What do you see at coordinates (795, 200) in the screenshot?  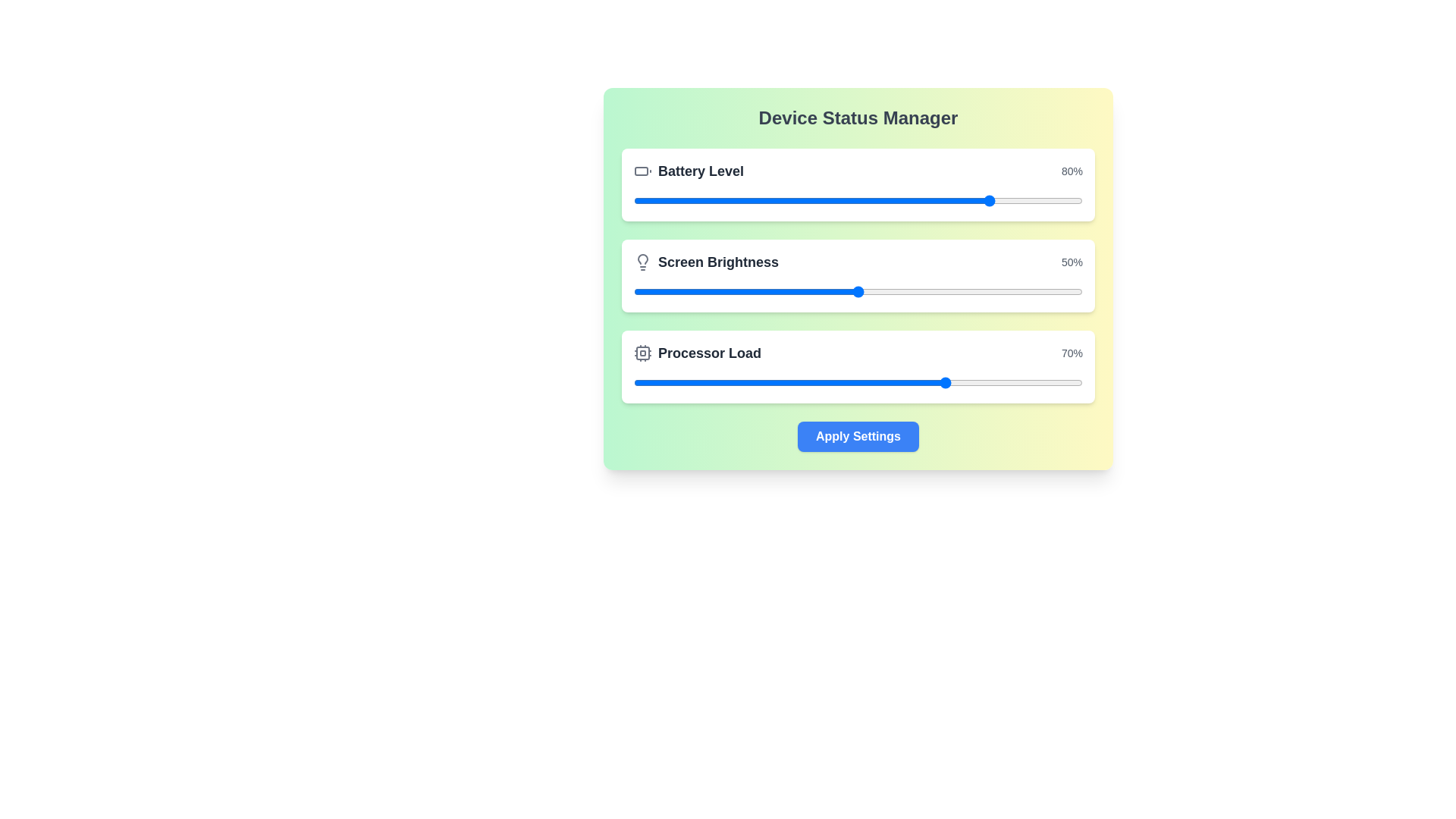 I see `the battery level` at bounding box center [795, 200].